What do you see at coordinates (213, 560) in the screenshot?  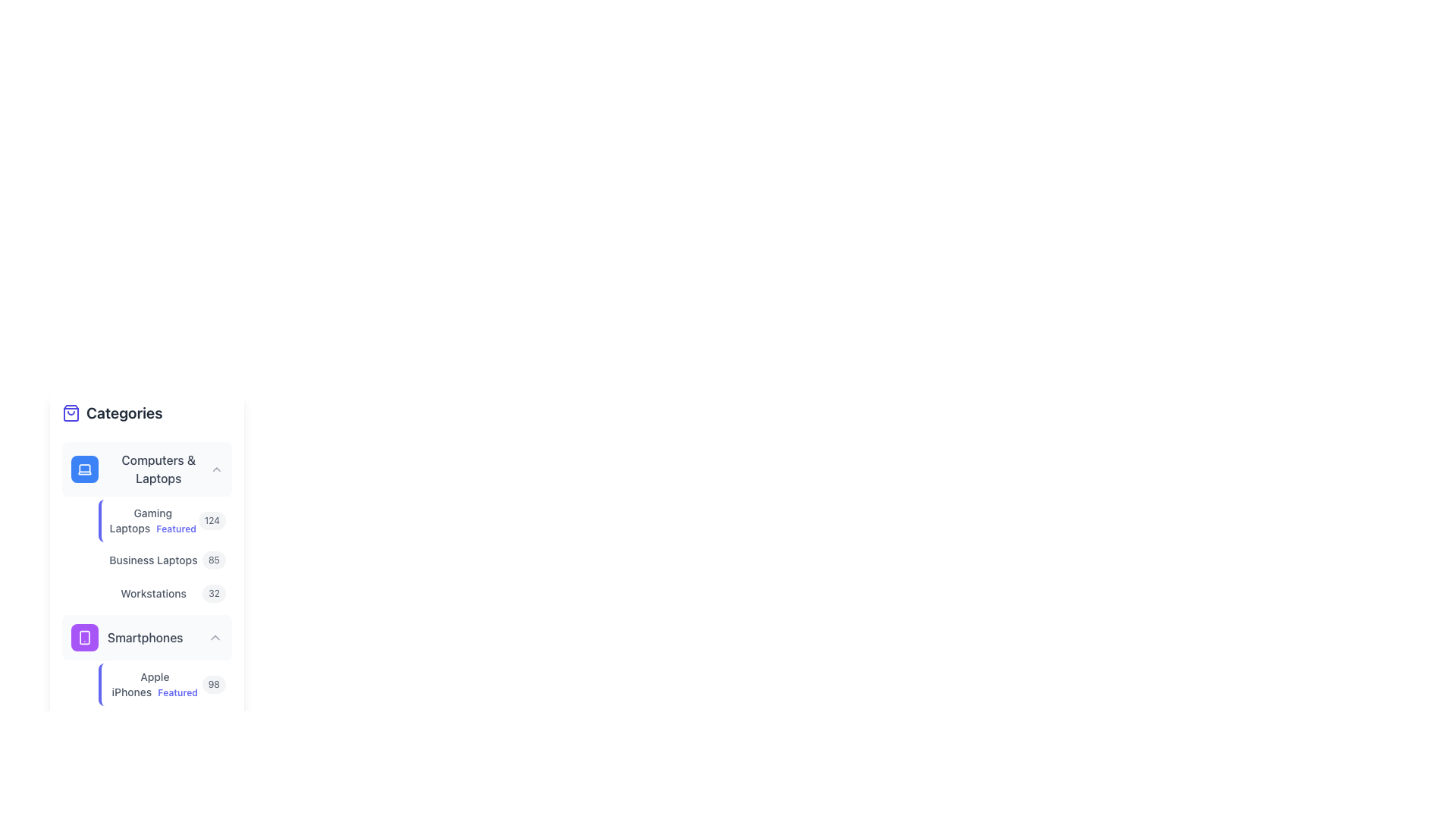 I see `the label or badge displaying the number '85' which is located to the right of the text 'Business Laptops' in the 'Computers & Laptops' category section` at bounding box center [213, 560].